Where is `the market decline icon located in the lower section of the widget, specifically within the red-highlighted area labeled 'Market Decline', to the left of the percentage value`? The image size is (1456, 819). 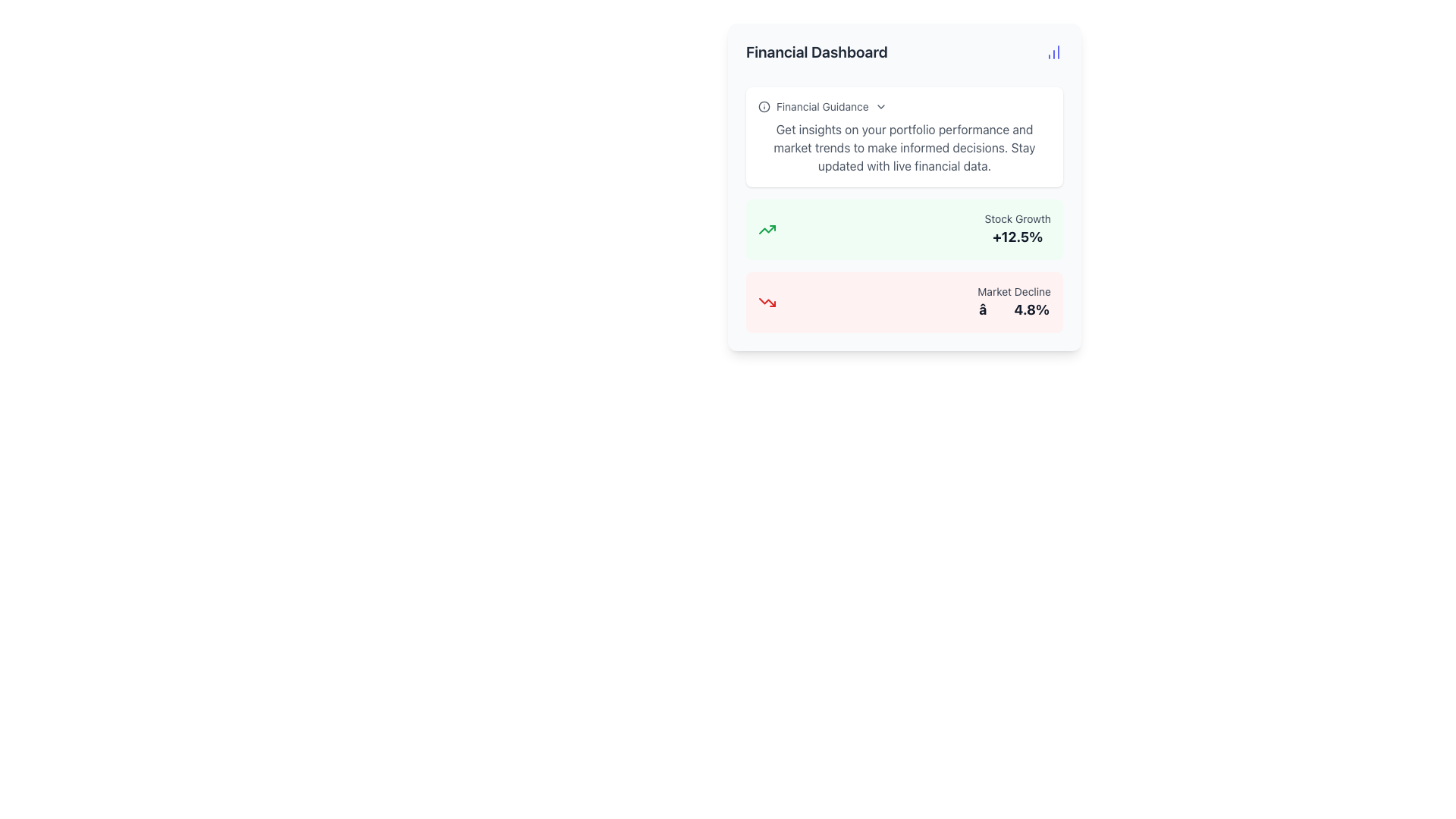 the market decline icon located in the lower section of the widget, specifically within the red-highlighted area labeled 'Market Decline', to the left of the percentage value is located at coordinates (767, 302).